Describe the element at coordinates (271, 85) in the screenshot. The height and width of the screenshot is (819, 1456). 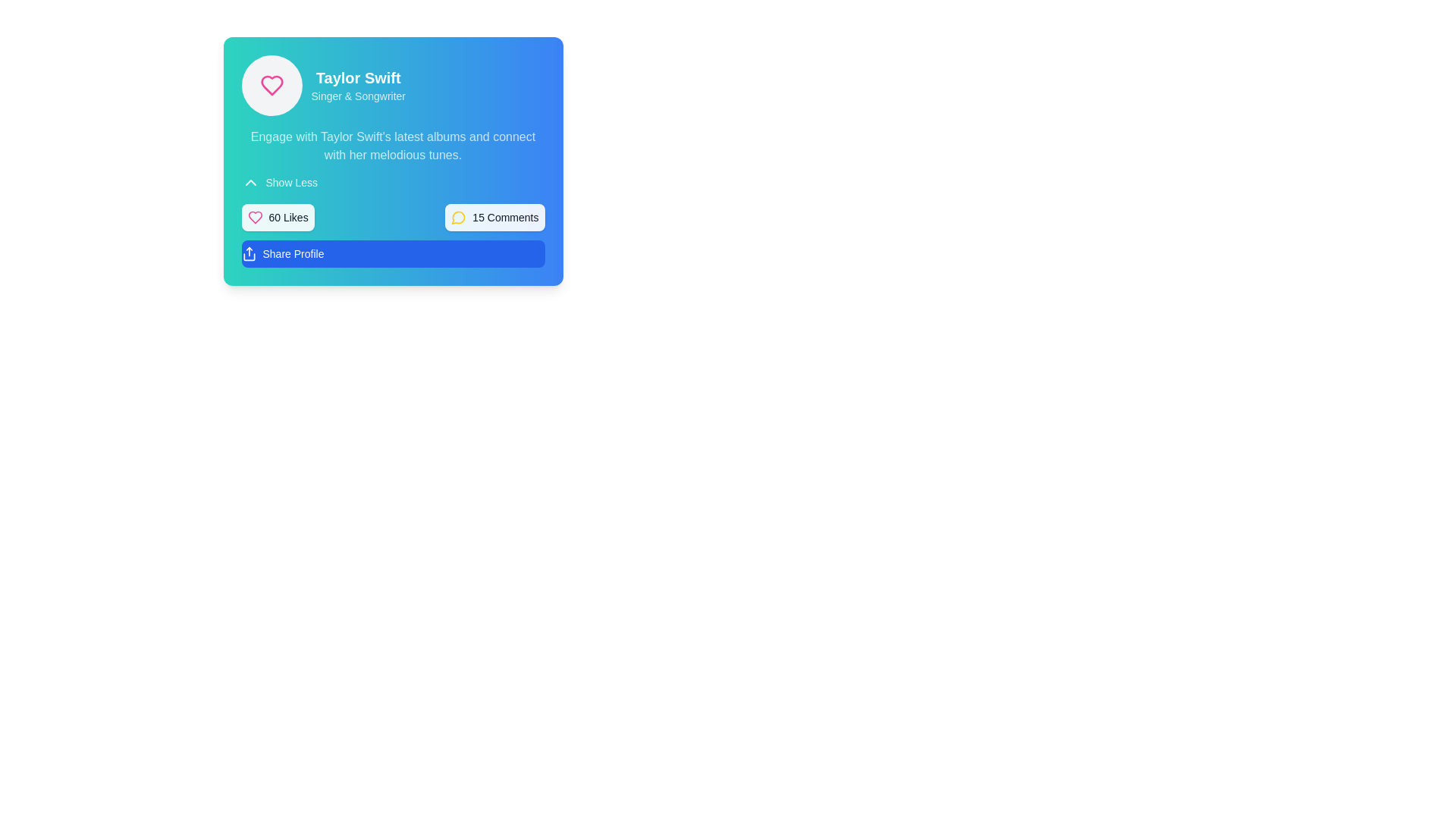
I see `the heart-shaped icon with a pink outline located` at that location.